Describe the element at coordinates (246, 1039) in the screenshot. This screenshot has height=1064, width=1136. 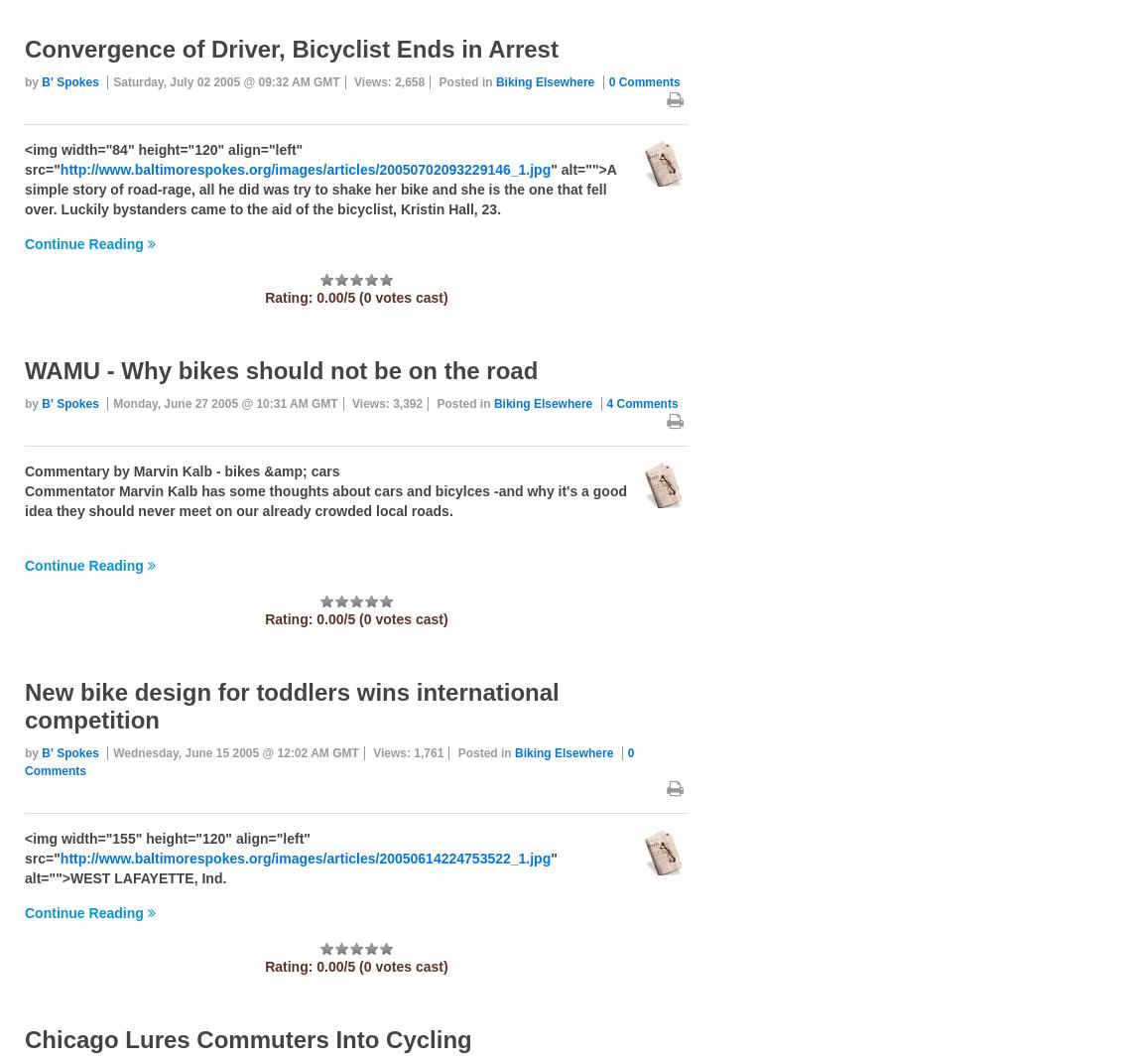
I see `'Chicago Lures Commuters Into Cycling'` at that location.